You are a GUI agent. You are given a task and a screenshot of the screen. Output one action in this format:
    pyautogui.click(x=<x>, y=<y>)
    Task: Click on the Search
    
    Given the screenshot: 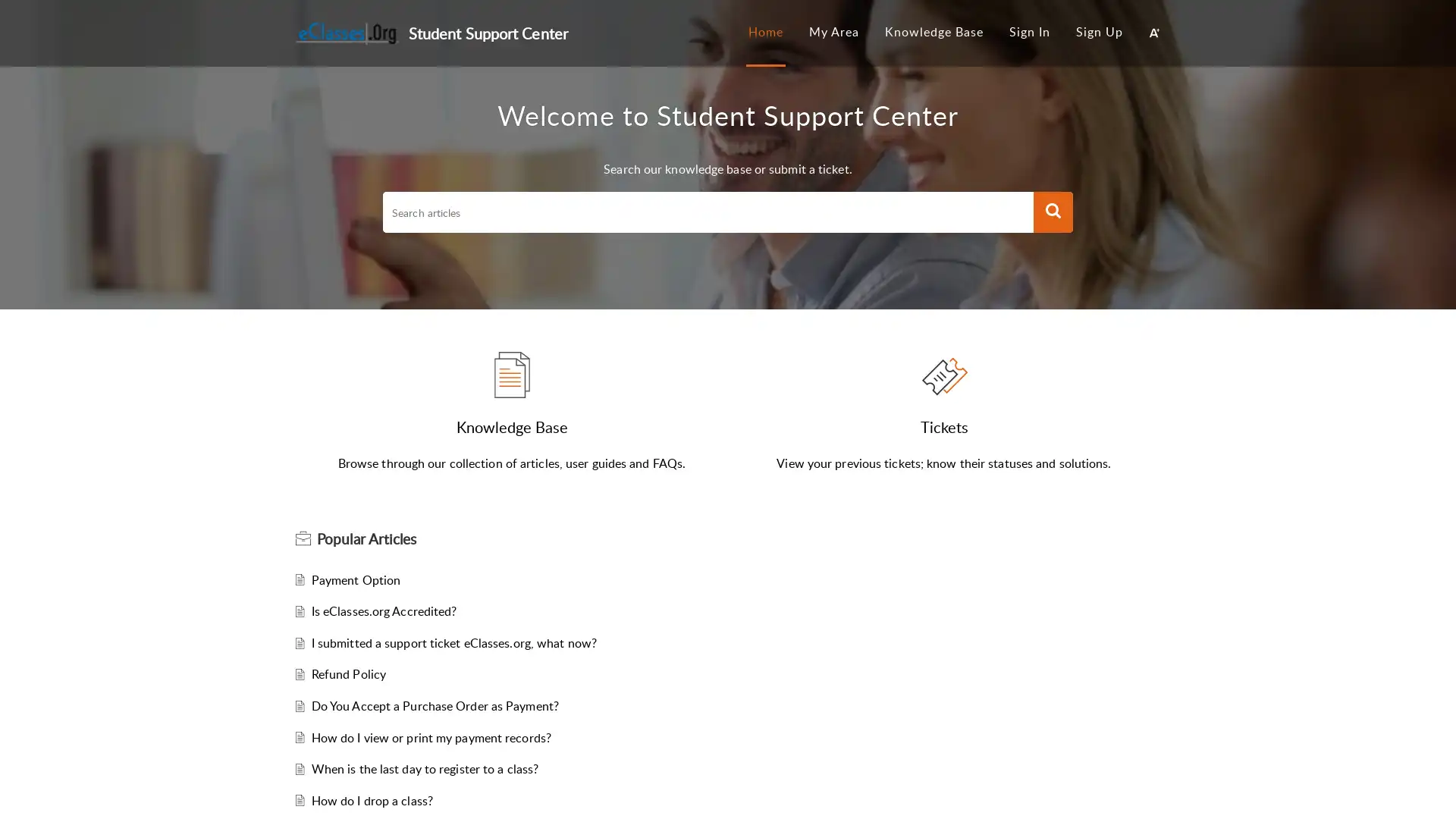 What is the action you would take?
    pyautogui.click(x=1052, y=212)
    